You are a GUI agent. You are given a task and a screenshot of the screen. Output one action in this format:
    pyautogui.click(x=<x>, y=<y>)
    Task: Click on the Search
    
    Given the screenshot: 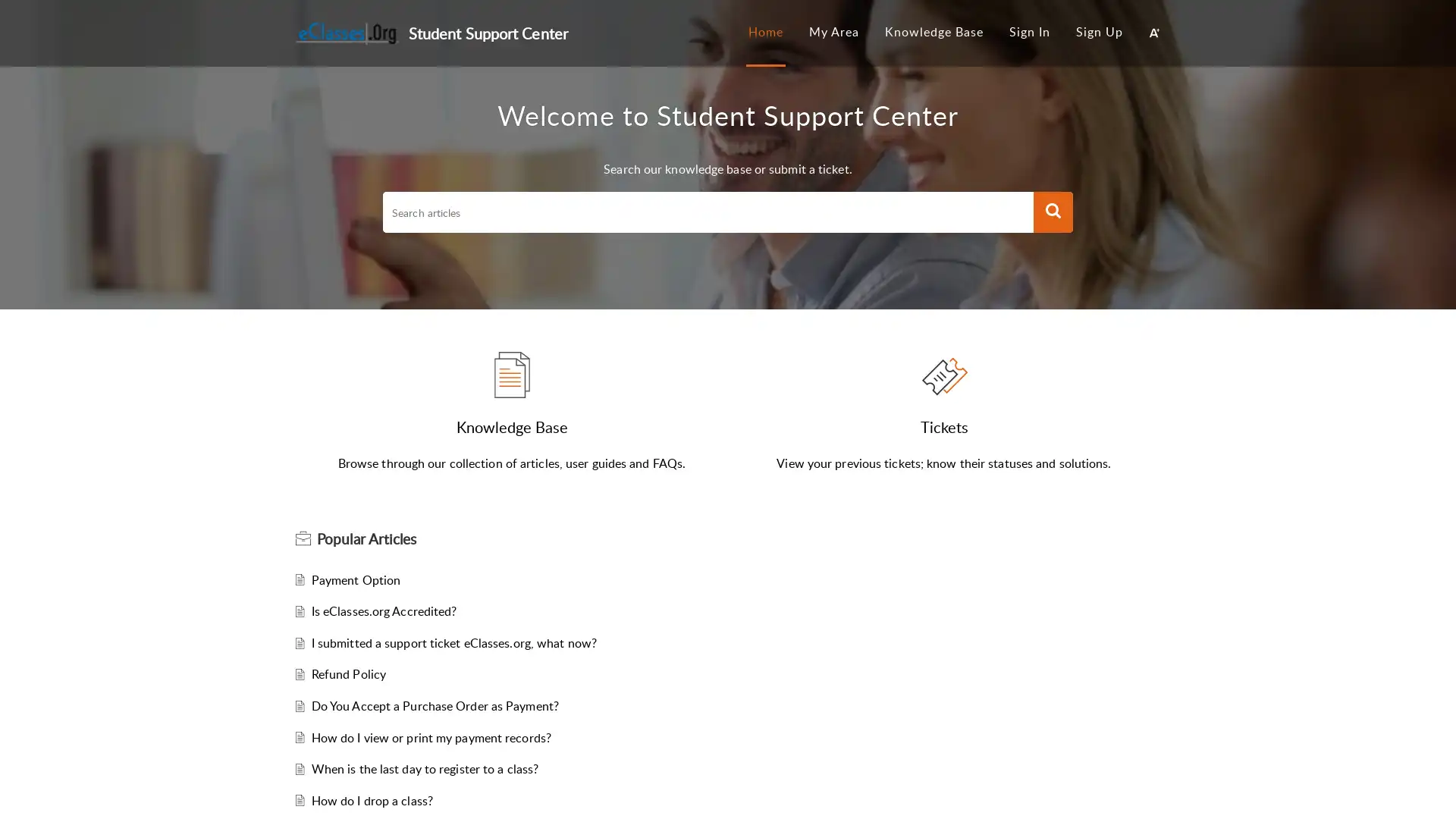 What is the action you would take?
    pyautogui.click(x=1052, y=212)
    